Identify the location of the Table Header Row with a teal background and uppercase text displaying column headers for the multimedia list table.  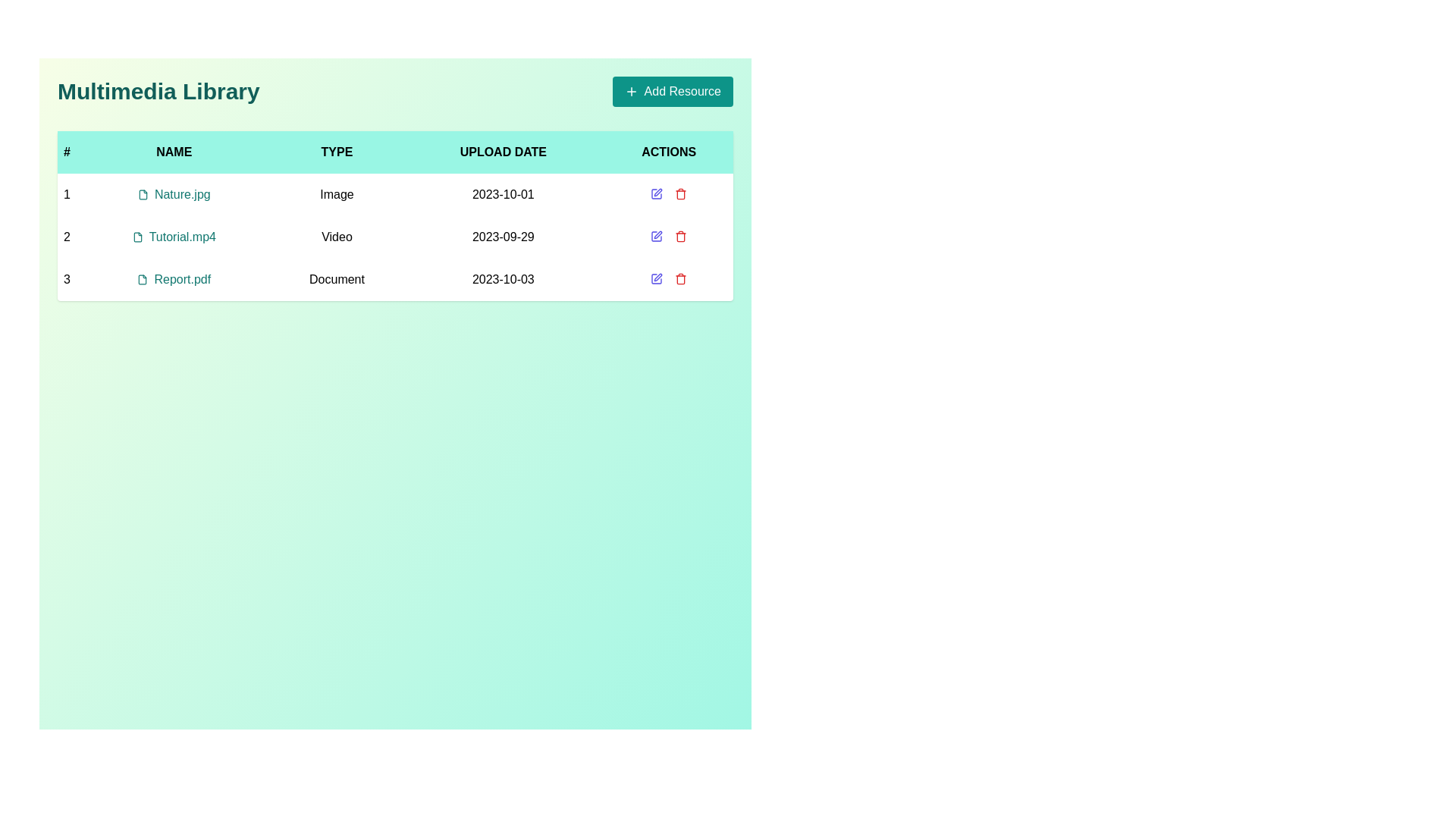
(395, 152).